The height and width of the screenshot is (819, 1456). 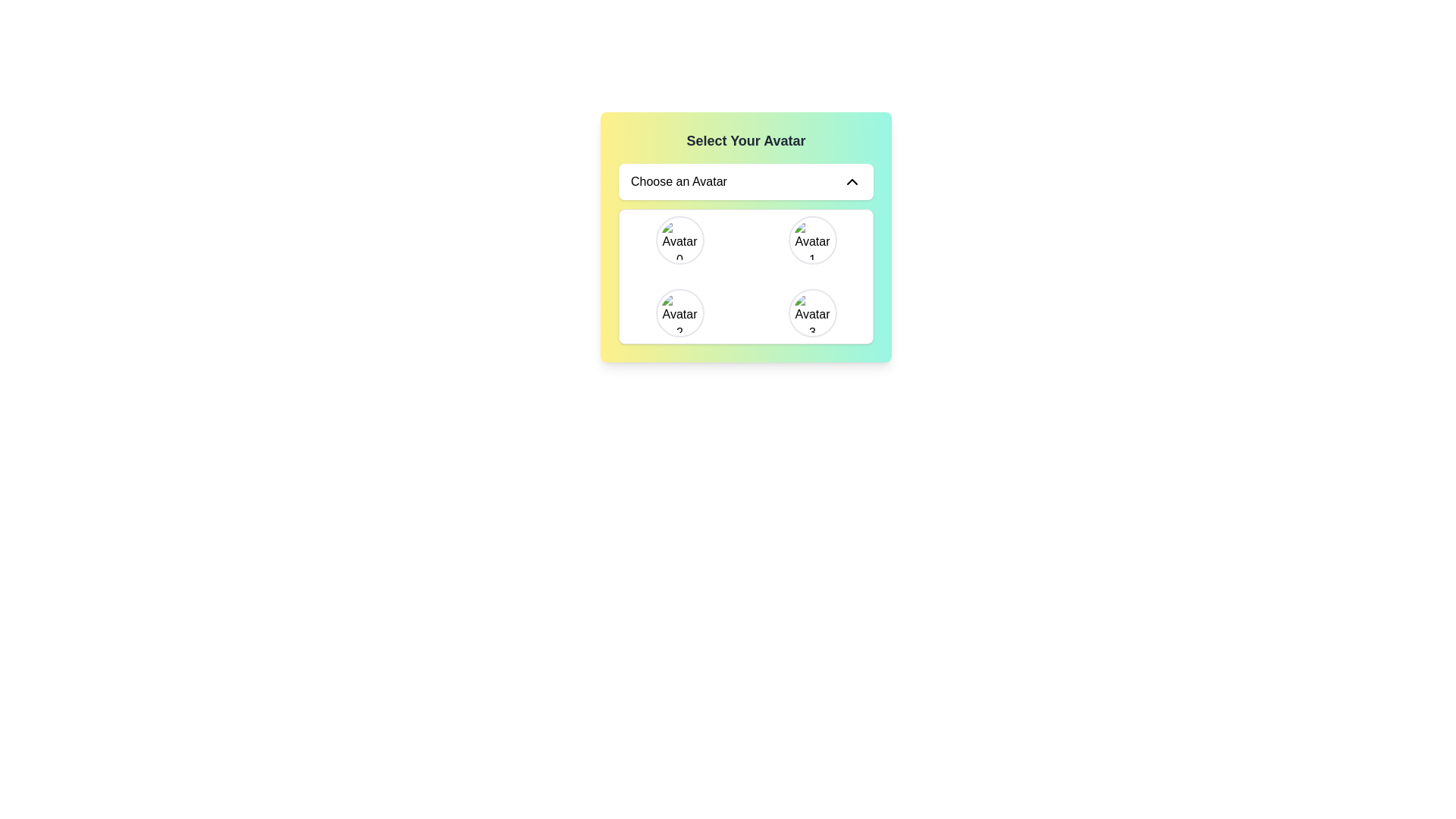 I want to click on the Avatar icon located in the second column of the first row under the 'Select Your Avatar' header, so click(x=811, y=239).